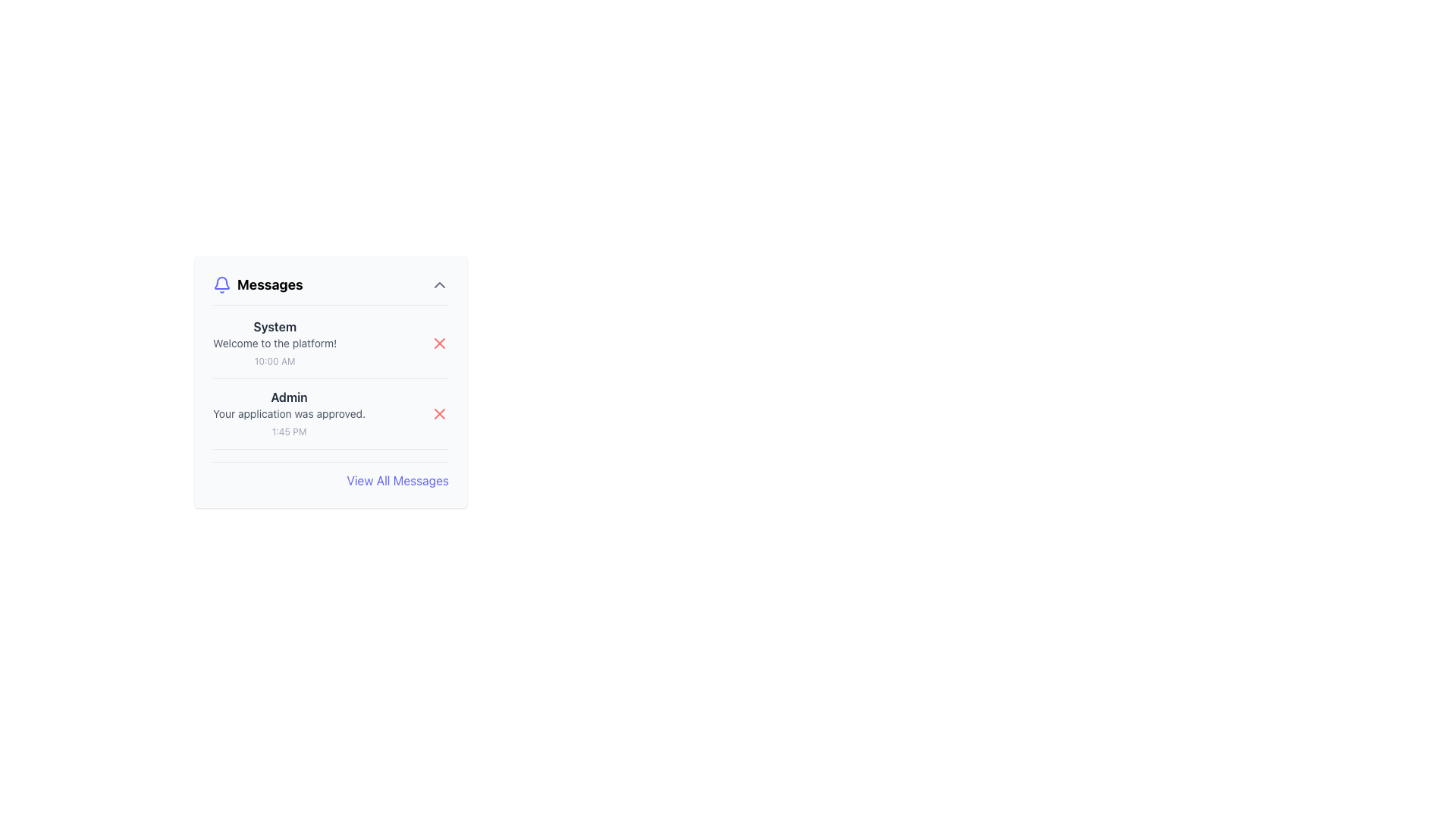 The width and height of the screenshot is (1456, 819). Describe the element at coordinates (439, 343) in the screenshot. I see `the circular red 'X' button` at that location.